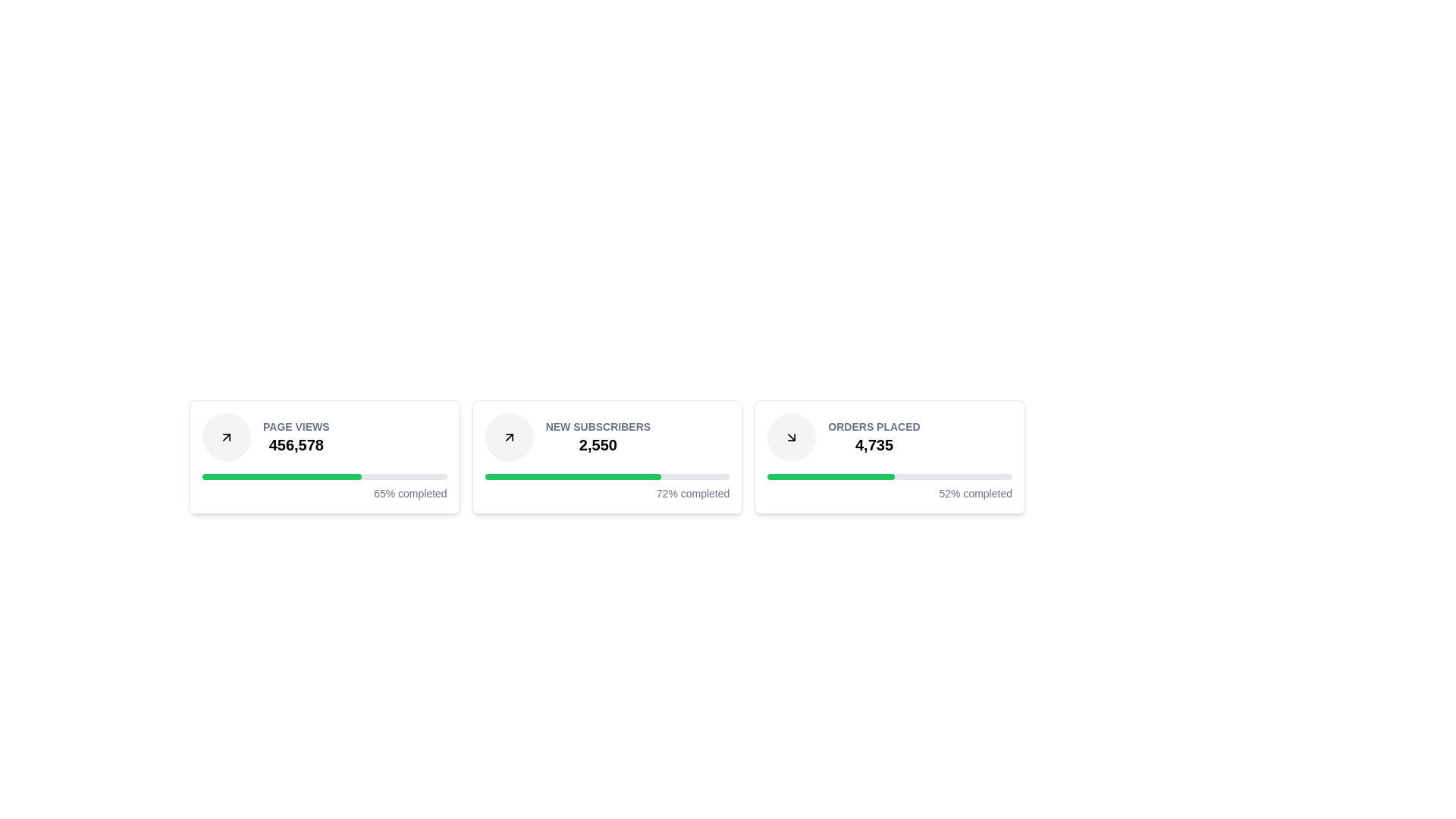 The height and width of the screenshot is (819, 1456). Describe the element at coordinates (324, 456) in the screenshot. I see `displayed information from the Information panel that shows the current count of page views and the progress indicator at 65% completion` at that location.